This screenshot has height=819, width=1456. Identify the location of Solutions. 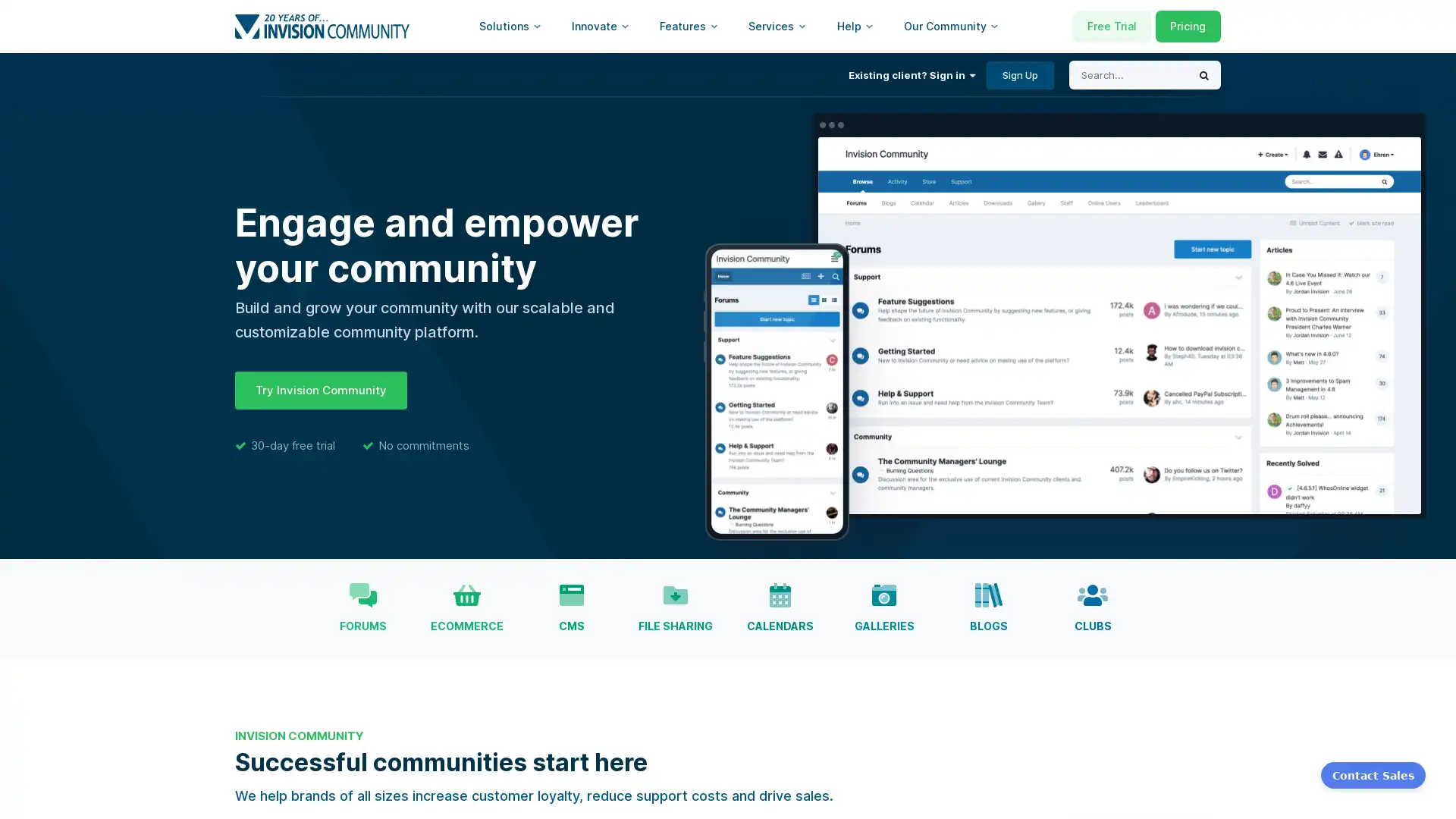
(510, 26).